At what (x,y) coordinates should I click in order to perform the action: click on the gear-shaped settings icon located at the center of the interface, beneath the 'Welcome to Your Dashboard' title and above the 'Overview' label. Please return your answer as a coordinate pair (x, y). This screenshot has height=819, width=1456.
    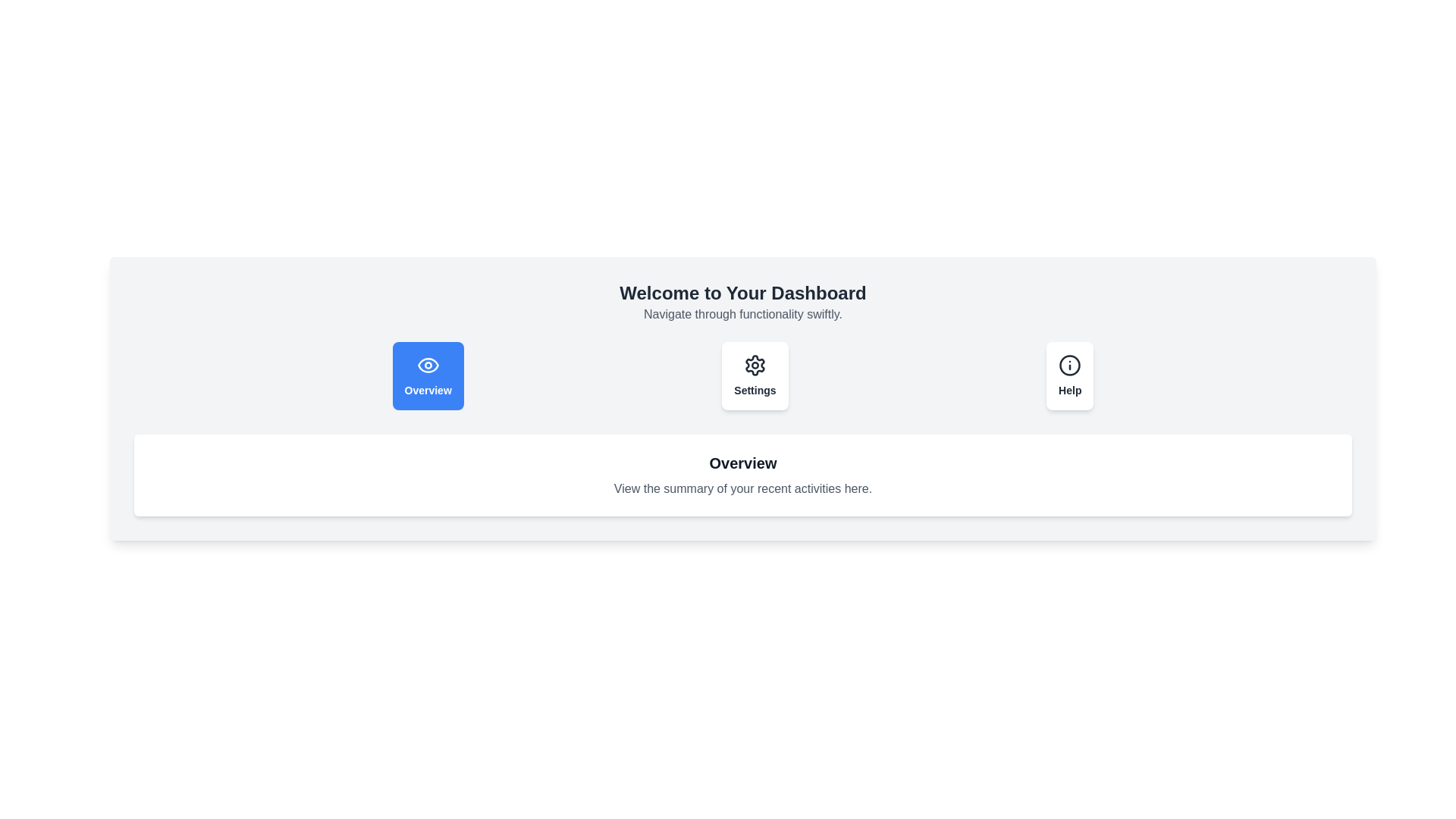
    Looking at the image, I should click on (755, 366).